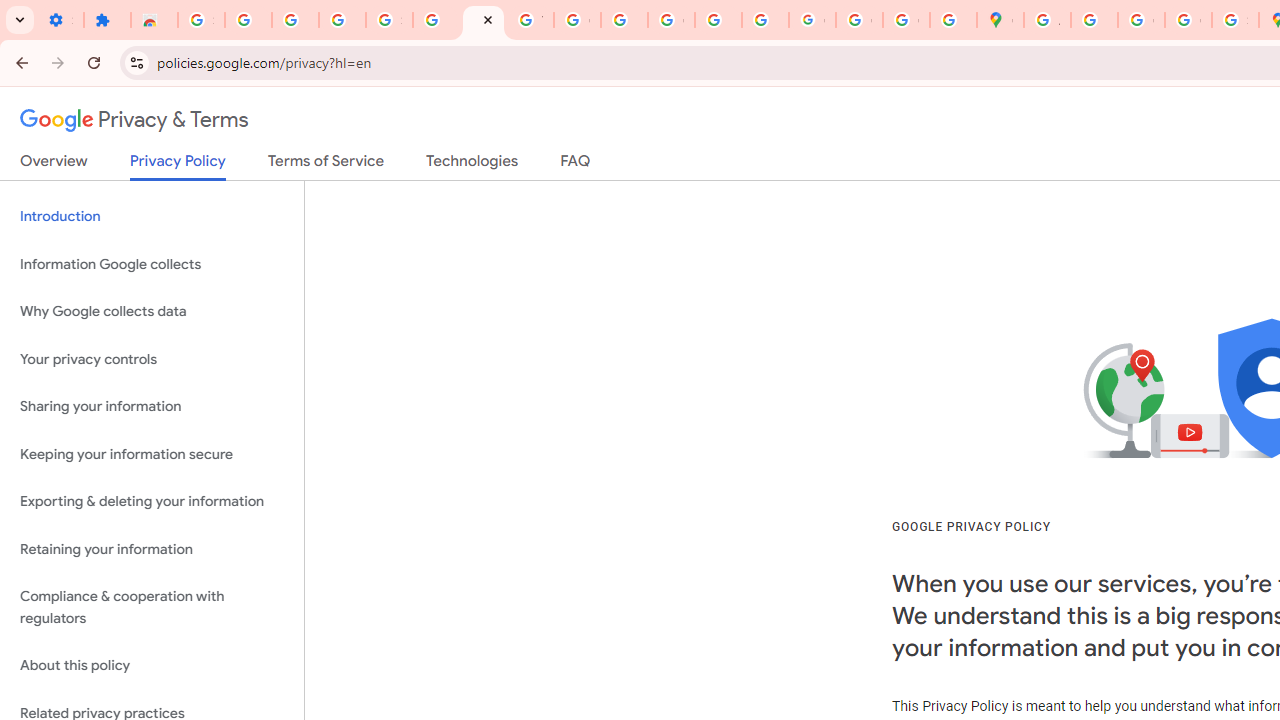  What do you see at coordinates (201, 20) in the screenshot?
I see `'Sign in - Google Accounts'` at bounding box center [201, 20].